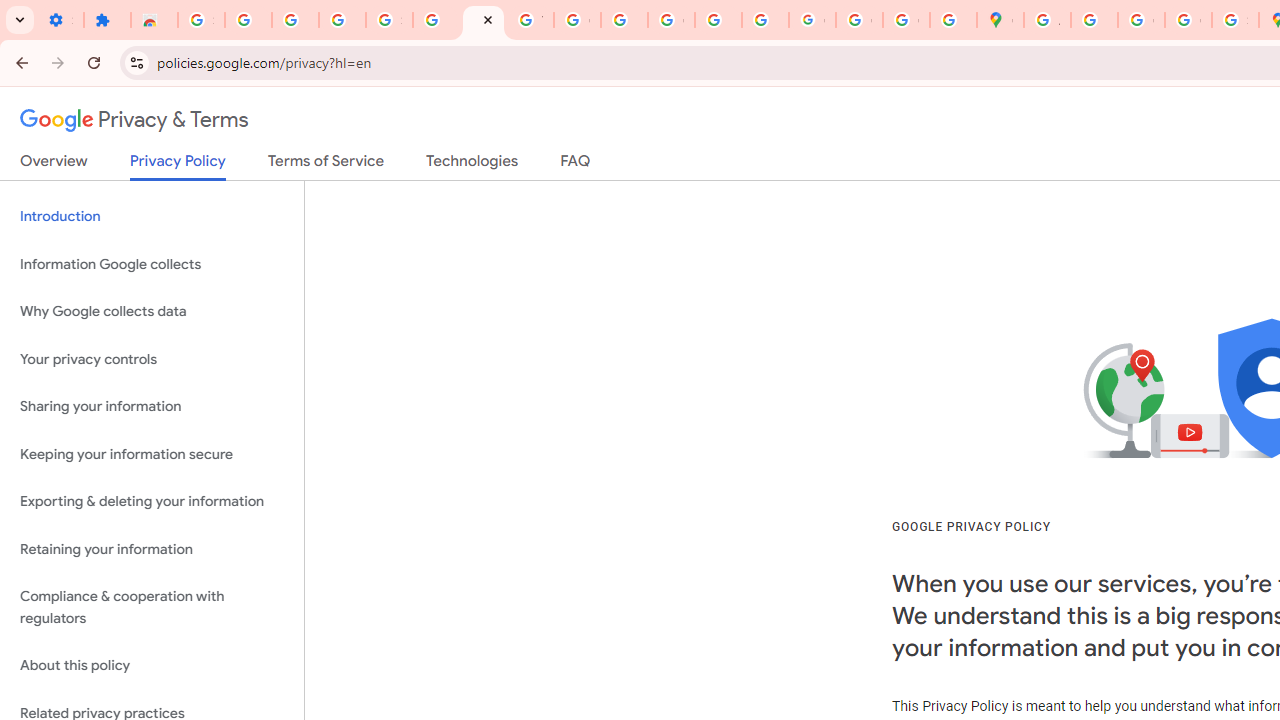  What do you see at coordinates (201, 20) in the screenshot?
I see `'Sign in - Google Accounts'` at bounding box center [201, 20].